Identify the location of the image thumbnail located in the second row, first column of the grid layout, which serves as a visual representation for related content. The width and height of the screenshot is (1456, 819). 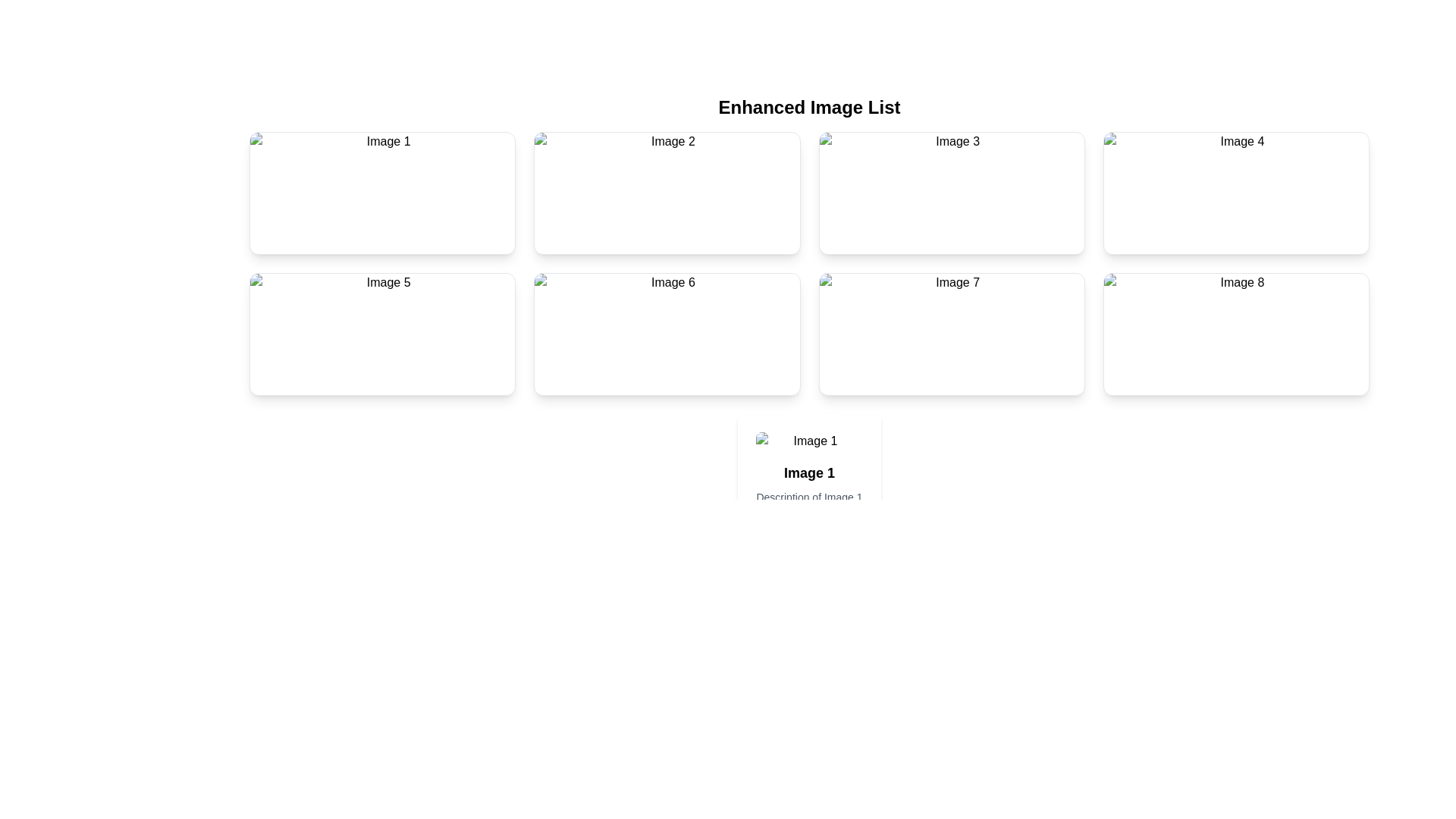
(1236, 192).